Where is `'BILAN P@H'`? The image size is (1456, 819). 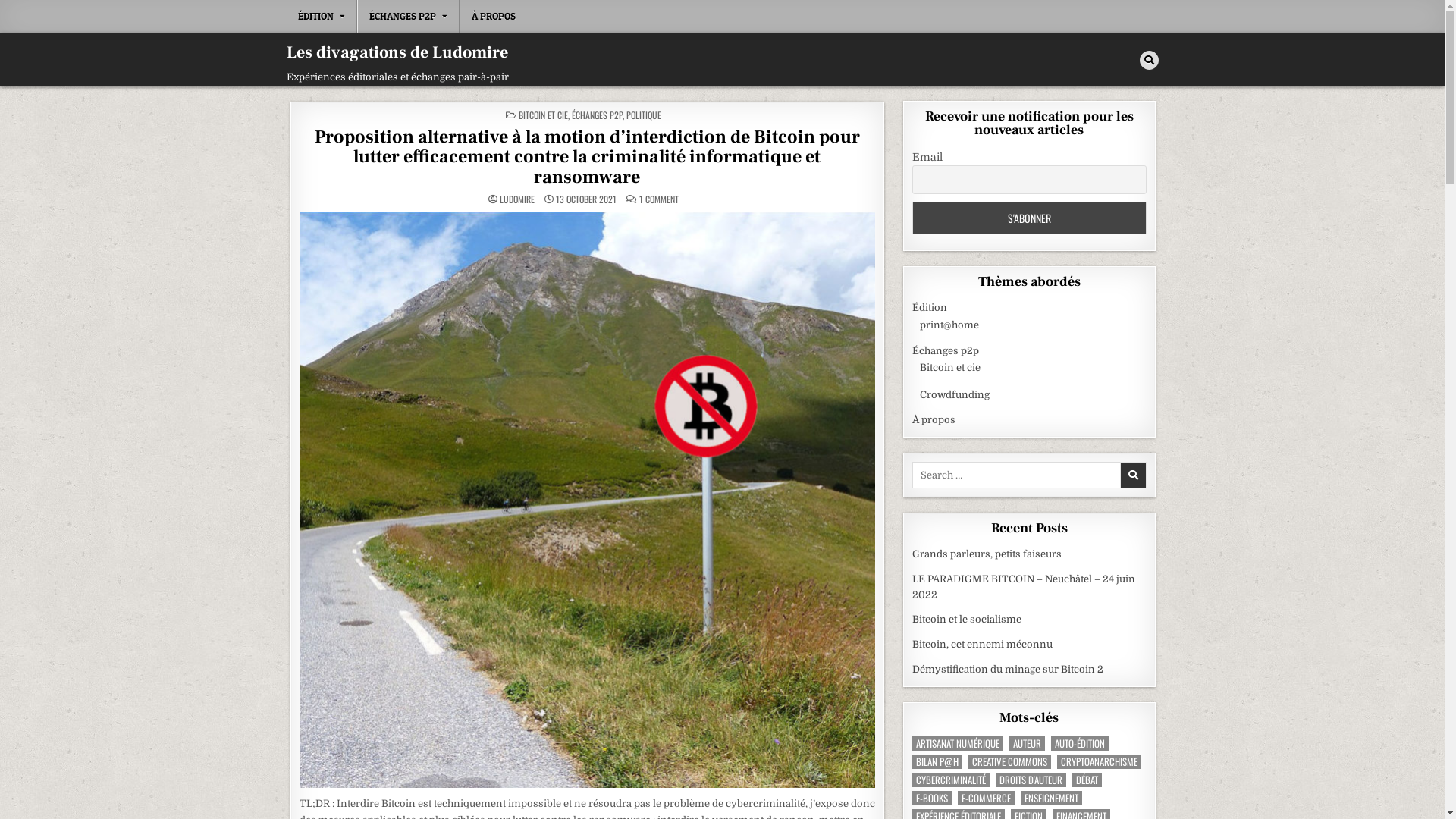
'BILAN P@H' is located at coordinates (912, 761).